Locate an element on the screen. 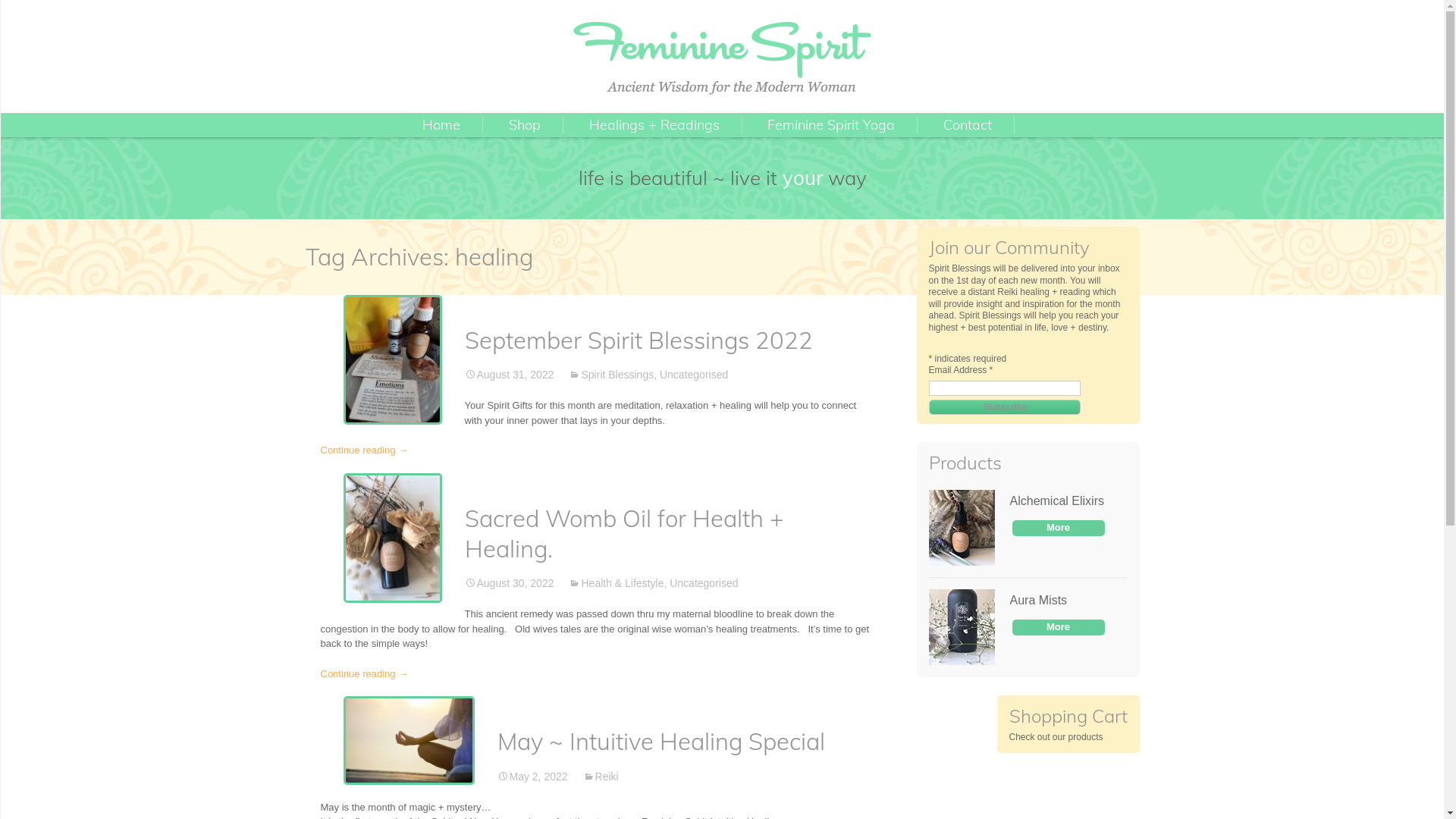 Image resolution: width=1456 pixels, height=819 pixels. 'Healings + Readings' is located at coordinates (654, 124).